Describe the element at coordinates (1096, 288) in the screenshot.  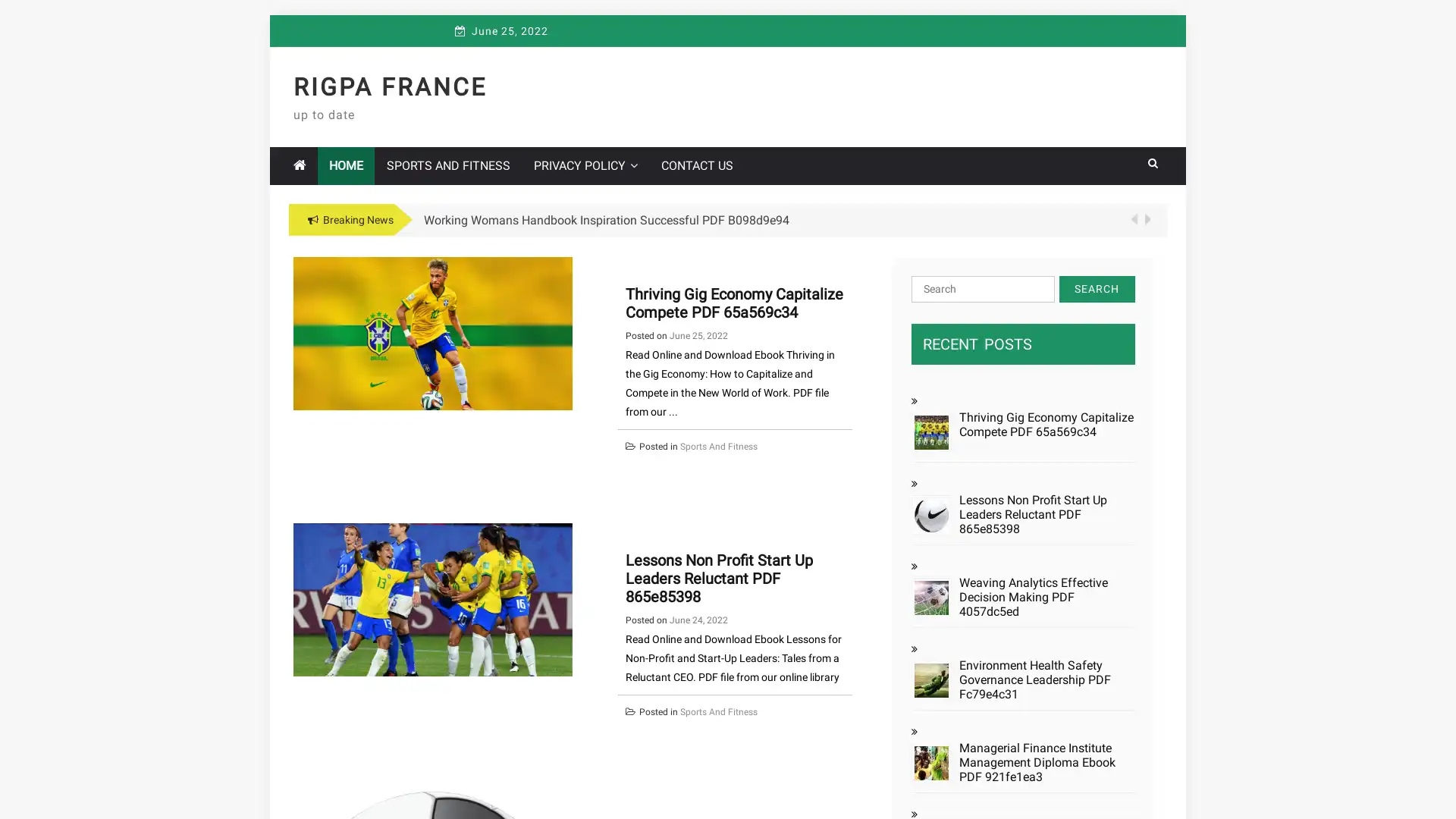
I see `Search` at that location.